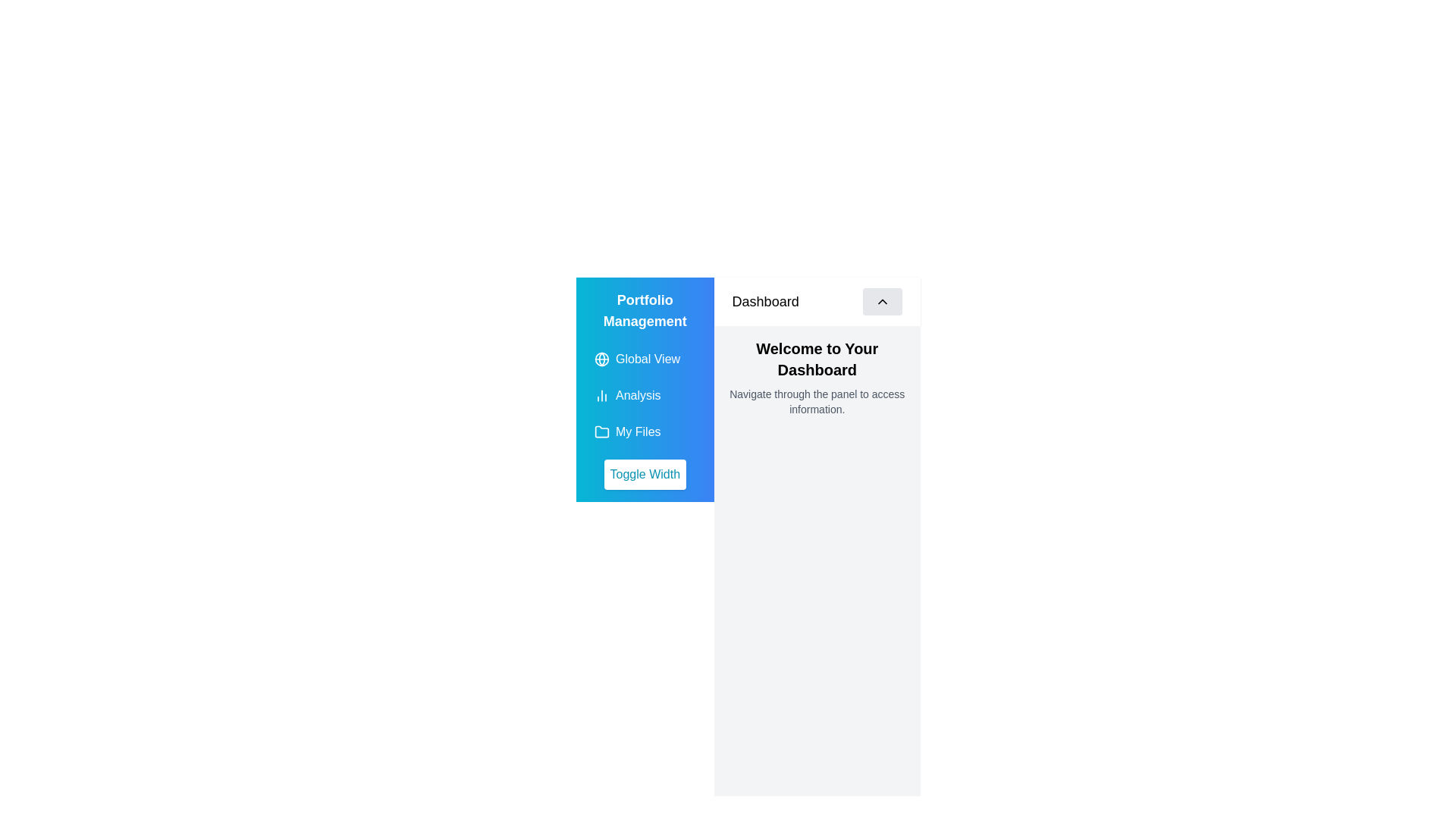 The image size is (1456, 819). Describe the element at coordinates (816, 359) in the screenshot. I see `the bold and large static text that reads 'Welcome to Your Dashboard', which is prominently visible at the top of the content section` at that location.